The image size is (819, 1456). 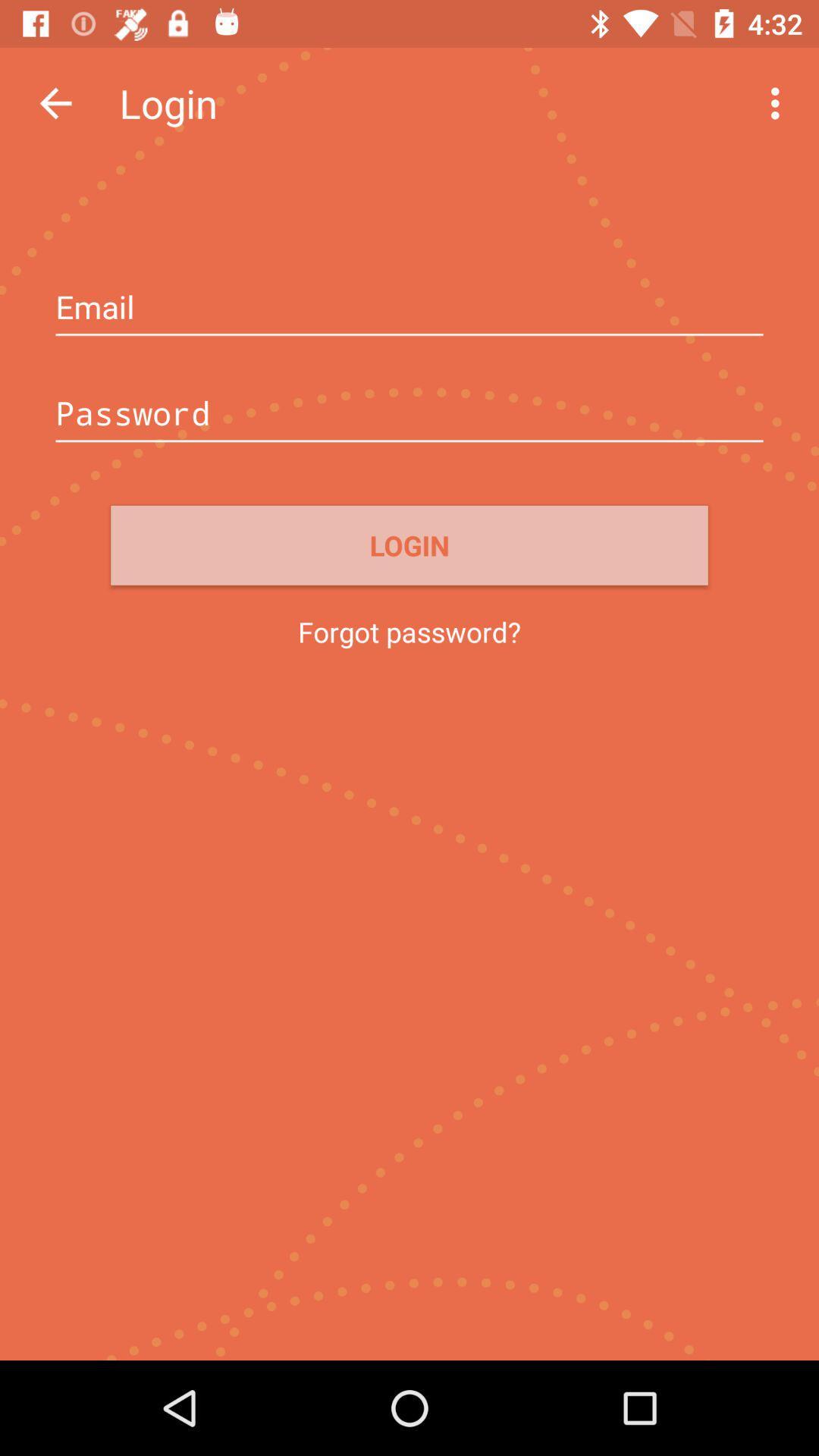 What do you see at coordinates (409, 308) in the screenshot?
I see `login email` at bounding box center [409, 308].